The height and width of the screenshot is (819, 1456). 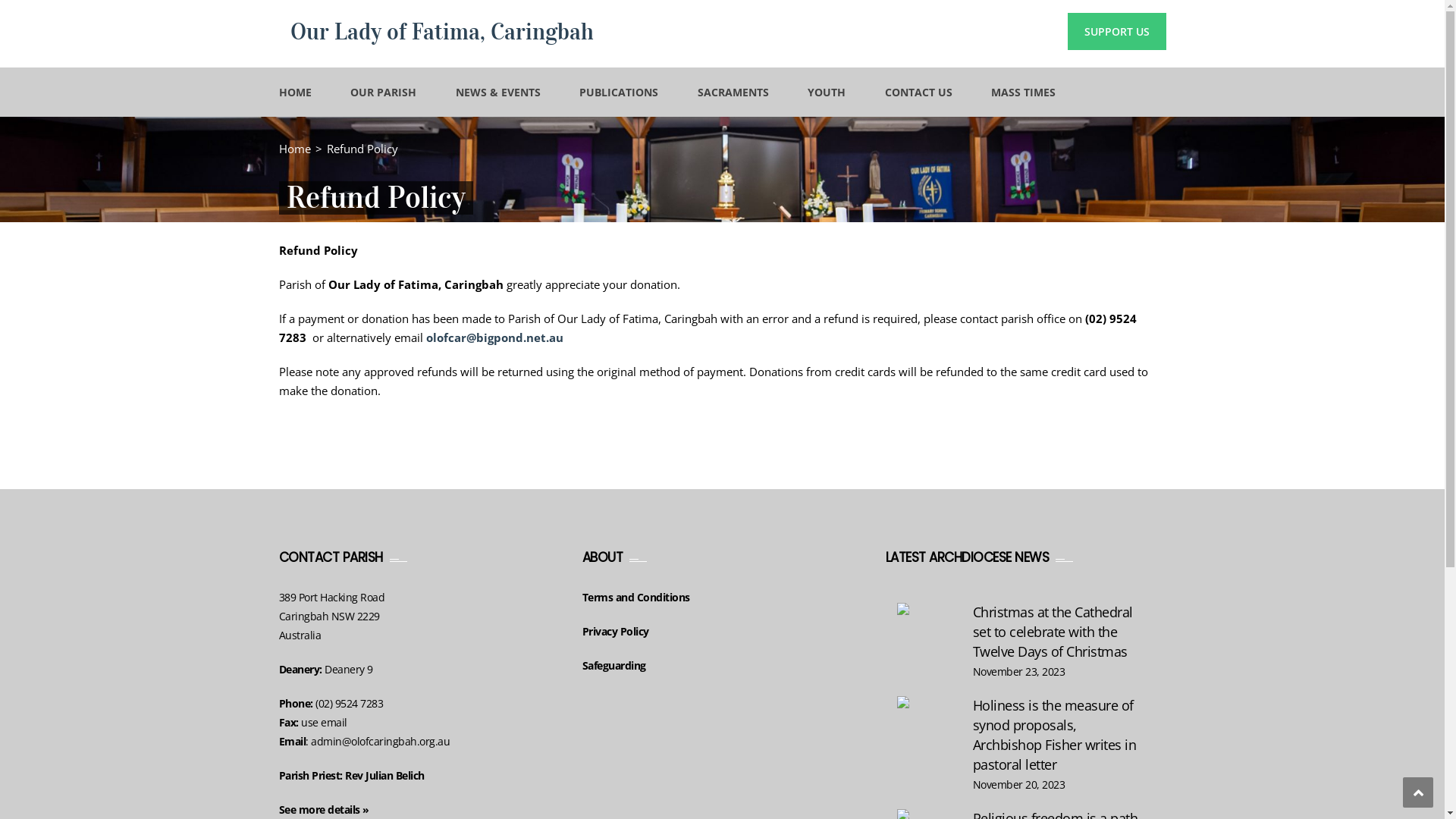 I want to click on 'SACRAMENTS', so click(x=697, y=92).